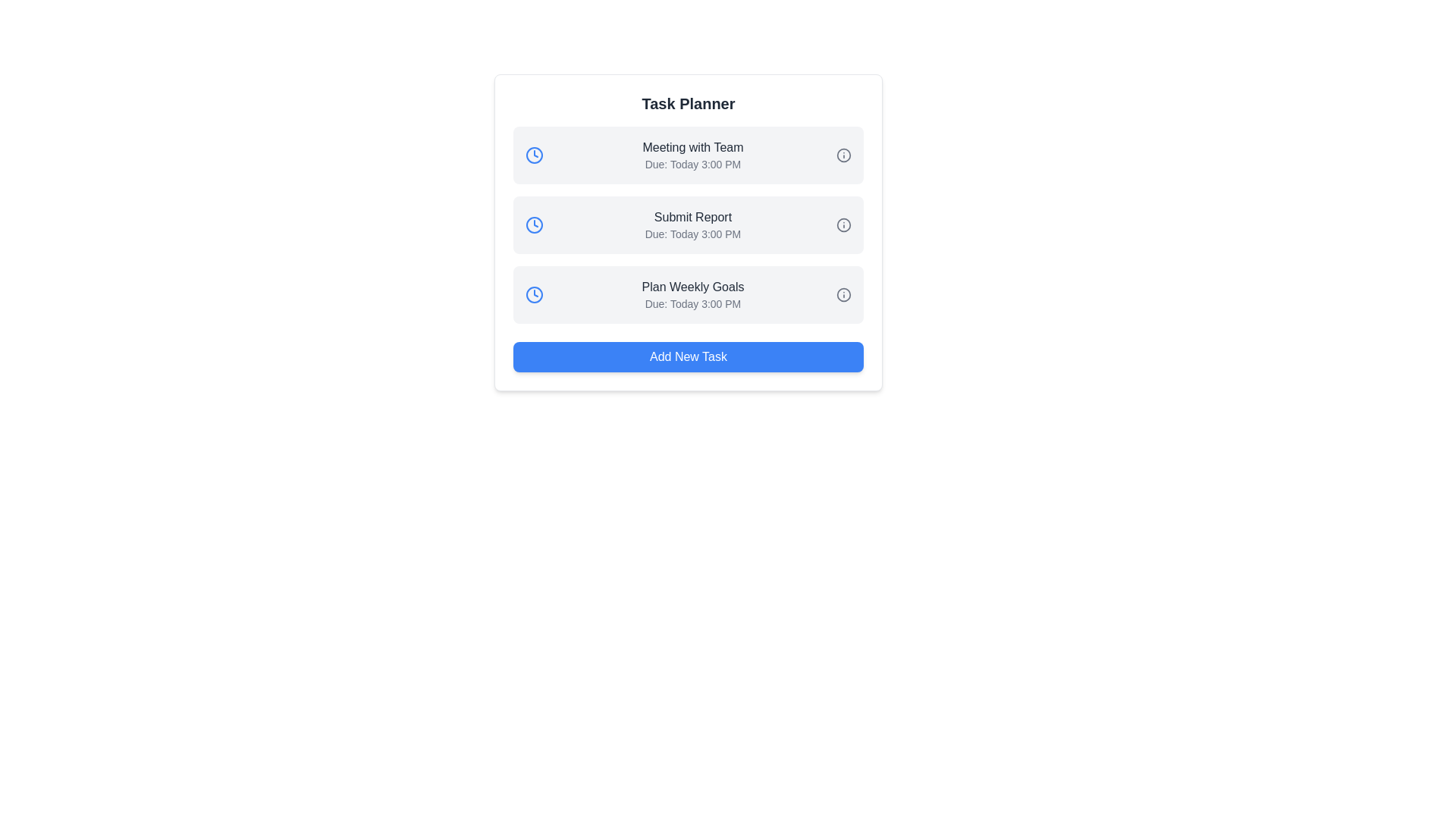 The height and width of the screenshot is (819, 1456). What do you see at coordinates (692, 155) in the screenshot?
I see `the informational text block titled 'Meeting with Team' which displays the due date 'Due: Today 3:00 PM' and is located in the center-right of the first task card in the 'Task Planner' list` at bounding box center [692, 155].